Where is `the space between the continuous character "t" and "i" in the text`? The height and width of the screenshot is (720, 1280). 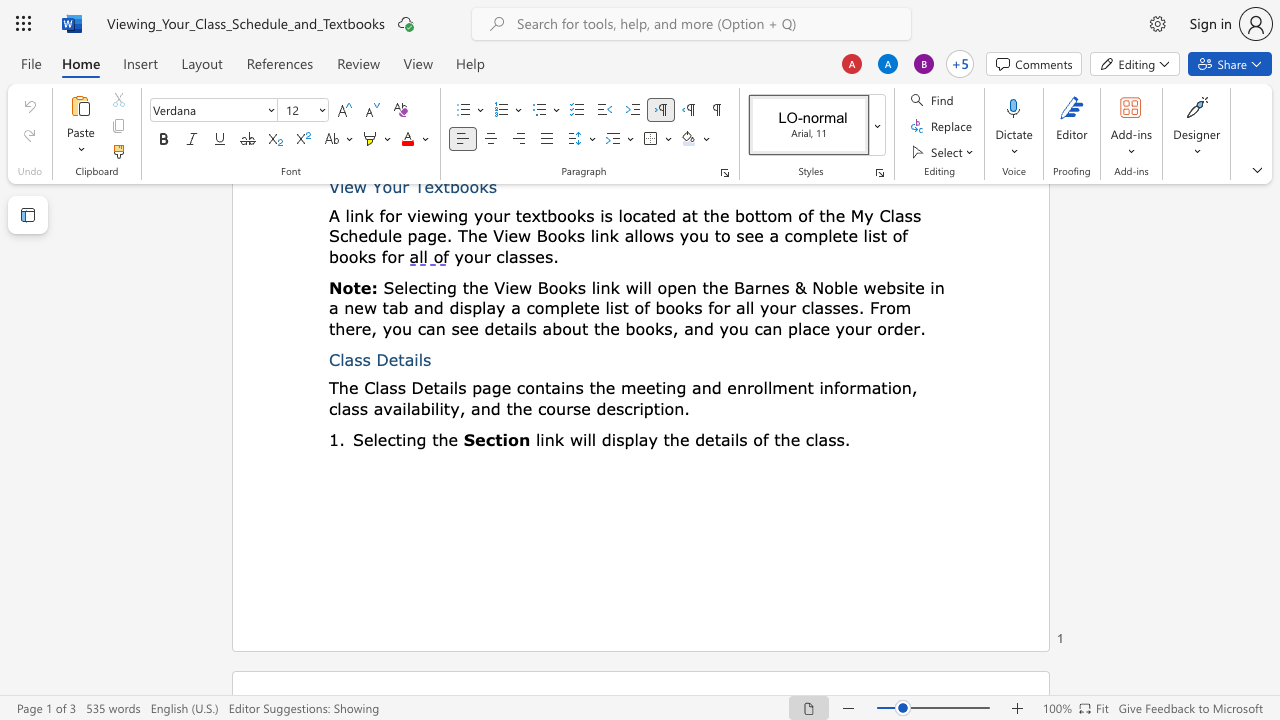 the space between the continuous character "t" and "i" in the text is located at coordinates (400, 438).